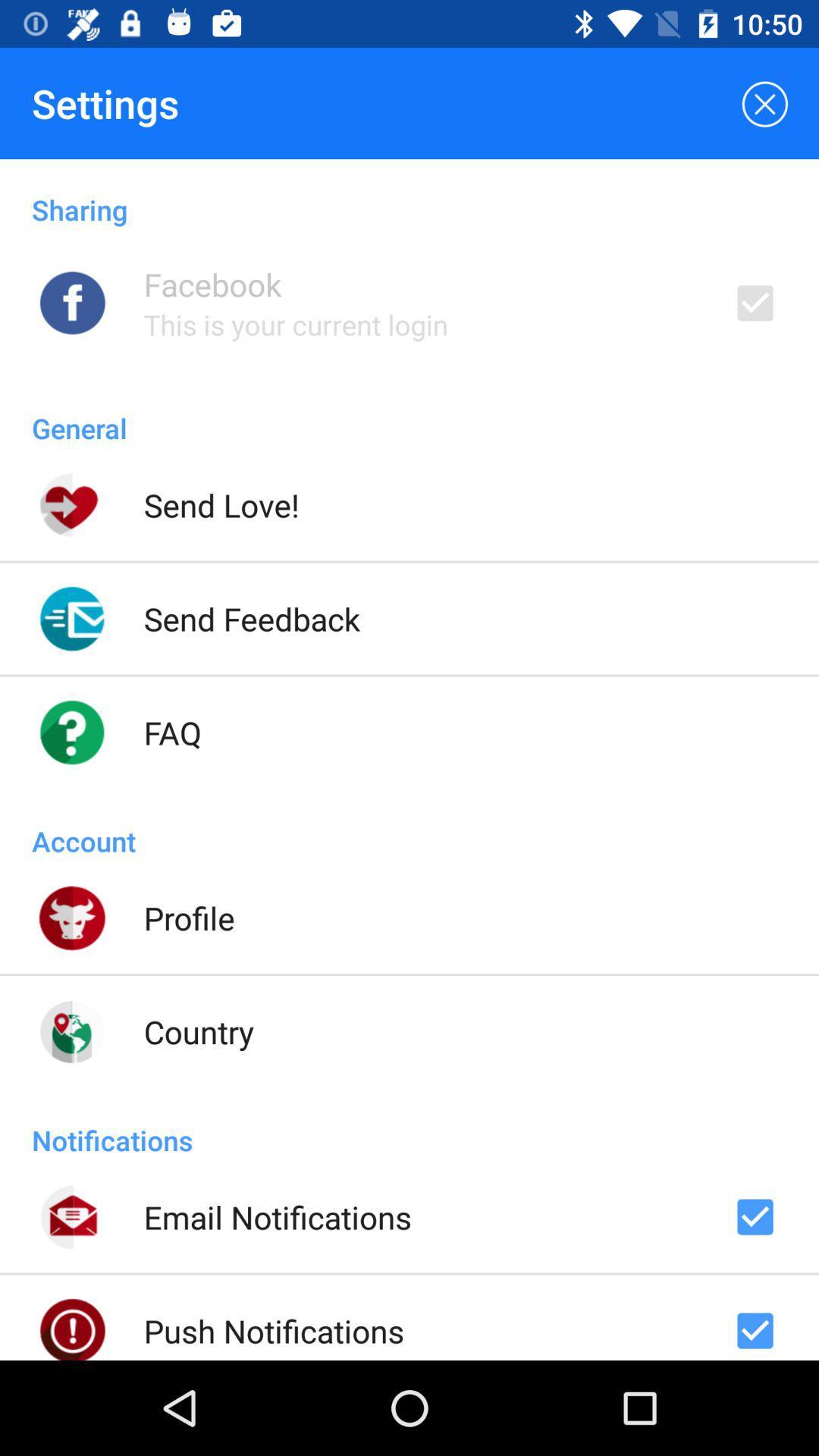 The height and width of the screenshot is (1456, 819). Describe the element at coordinates (251, 619) in the screenshot. I see `icon above the faq` at that location.